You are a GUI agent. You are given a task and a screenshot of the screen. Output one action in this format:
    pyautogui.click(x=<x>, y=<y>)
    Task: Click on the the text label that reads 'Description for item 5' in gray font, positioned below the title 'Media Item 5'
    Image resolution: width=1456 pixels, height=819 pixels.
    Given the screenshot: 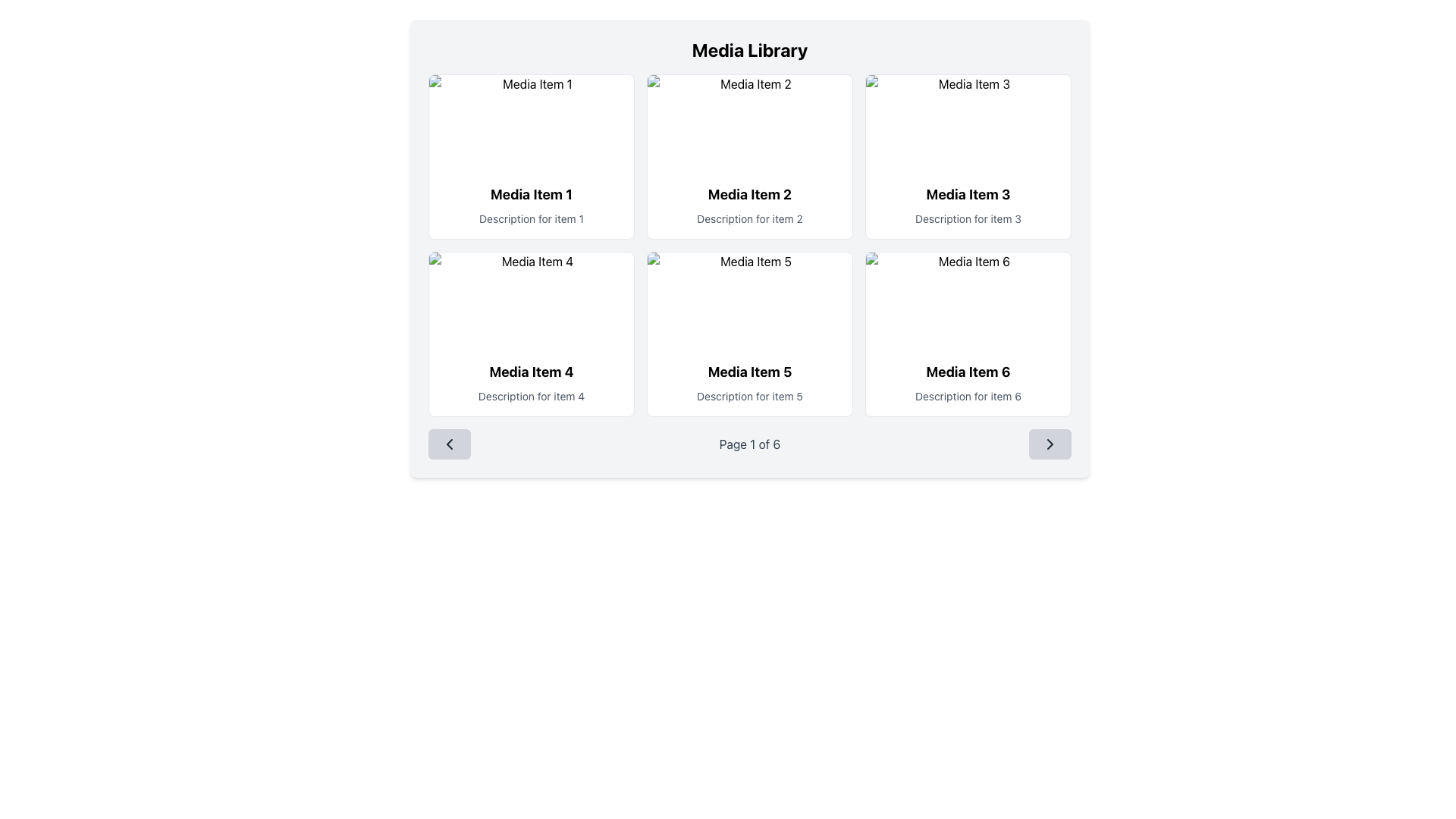 What is the action you would take?
    pyautogui.click(x=749, y=396)
    